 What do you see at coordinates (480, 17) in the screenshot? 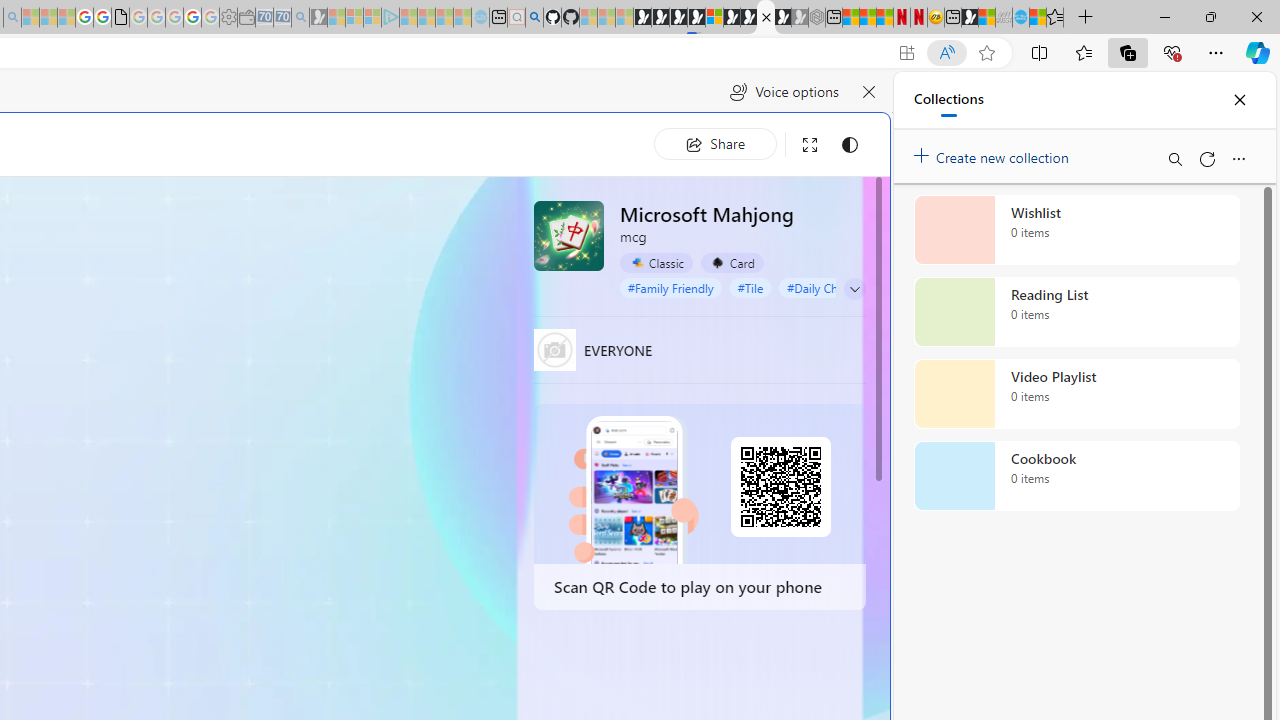
I see `'Home | Sky Blue Bikes - Sky Blue Bikes - Sleeping'` at bounding box center [480, 17].